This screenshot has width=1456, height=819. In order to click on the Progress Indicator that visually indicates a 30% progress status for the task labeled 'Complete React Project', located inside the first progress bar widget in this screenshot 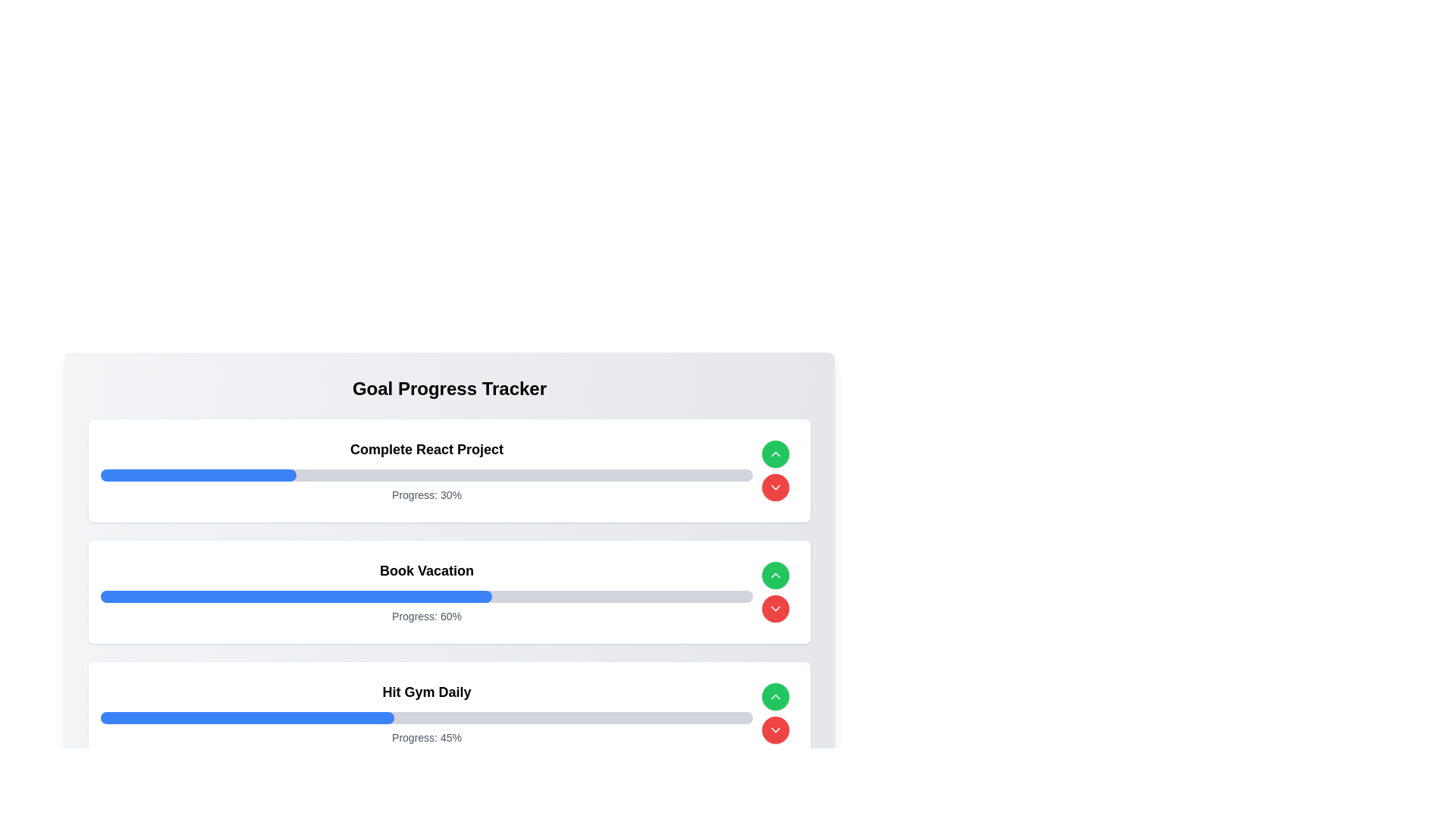, I will do `click(198, 475)`.